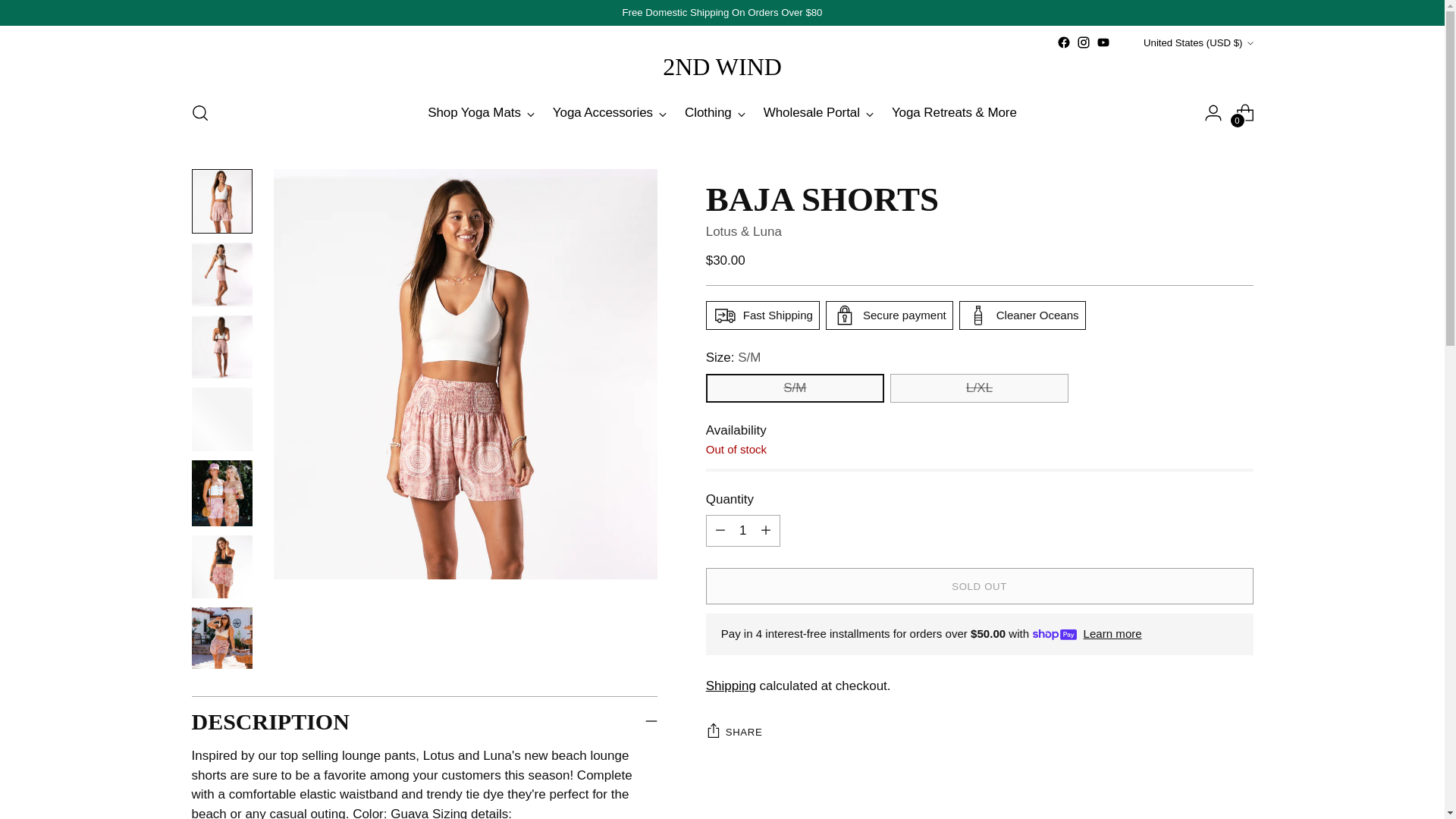 Image resolution: width=1456 pixels, height=819 pixels. What do you see at coordinates (731, 686) in the screenshot?
I see `'Shipping'` at bounding box center [731, 686].